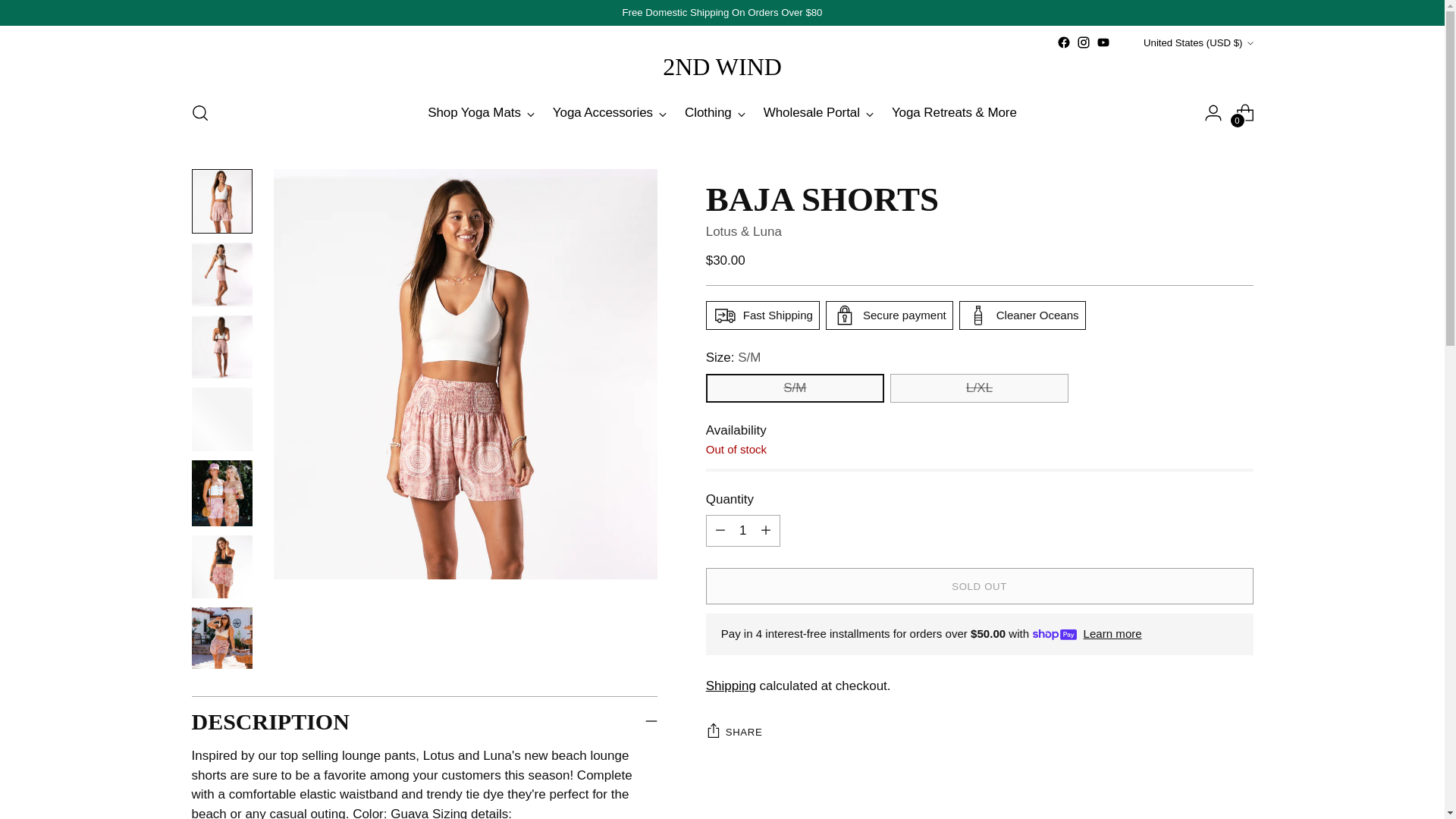 Image resolution: width=1456 pixels, height=819 pixels. What do you see at coordinates (731, 686) in the screenshot?
I see `'Shipping'` at bounding box center [731, 686].